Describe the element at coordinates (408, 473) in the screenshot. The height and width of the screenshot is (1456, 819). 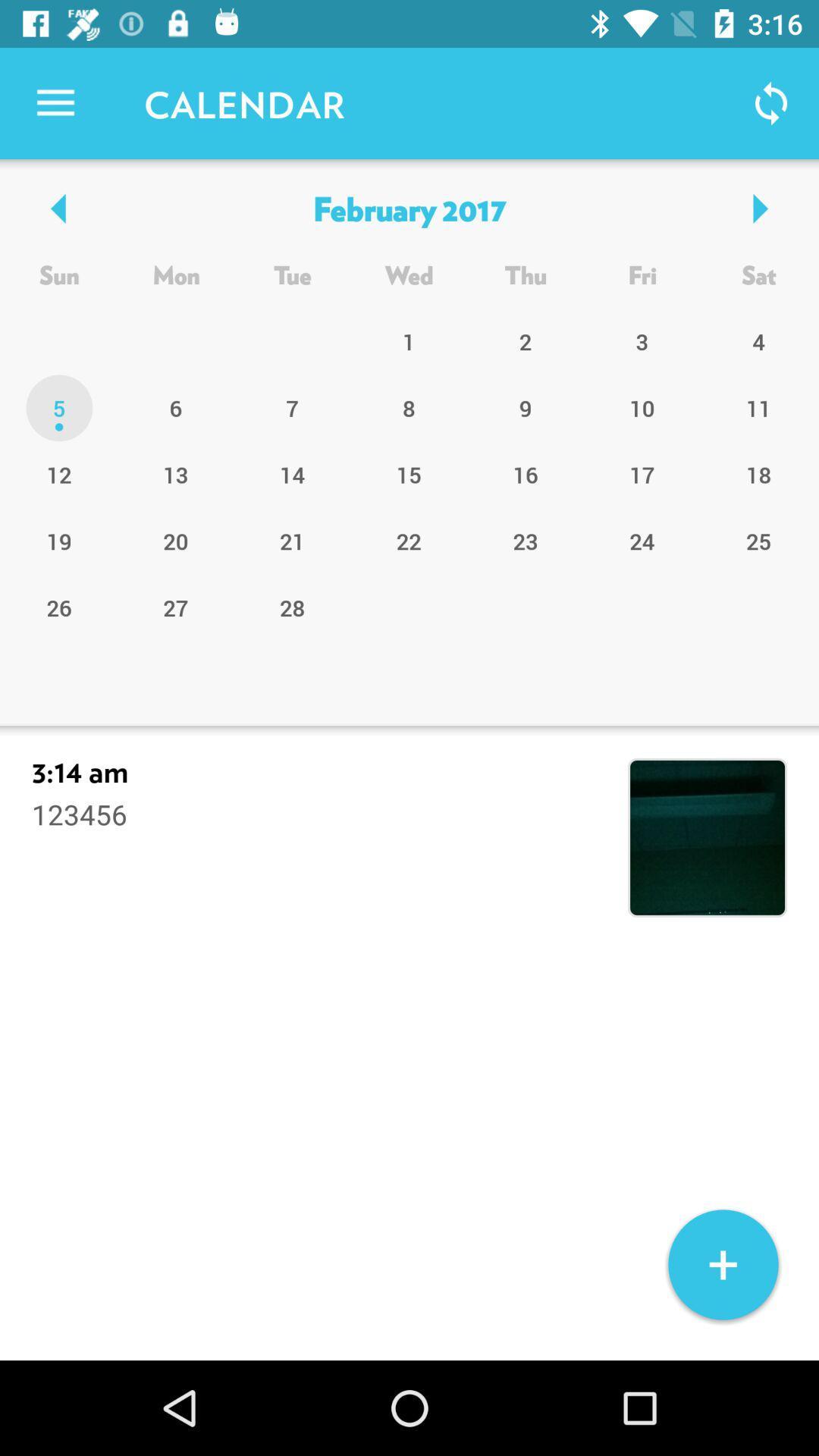
I see `the 15 item` at that location.